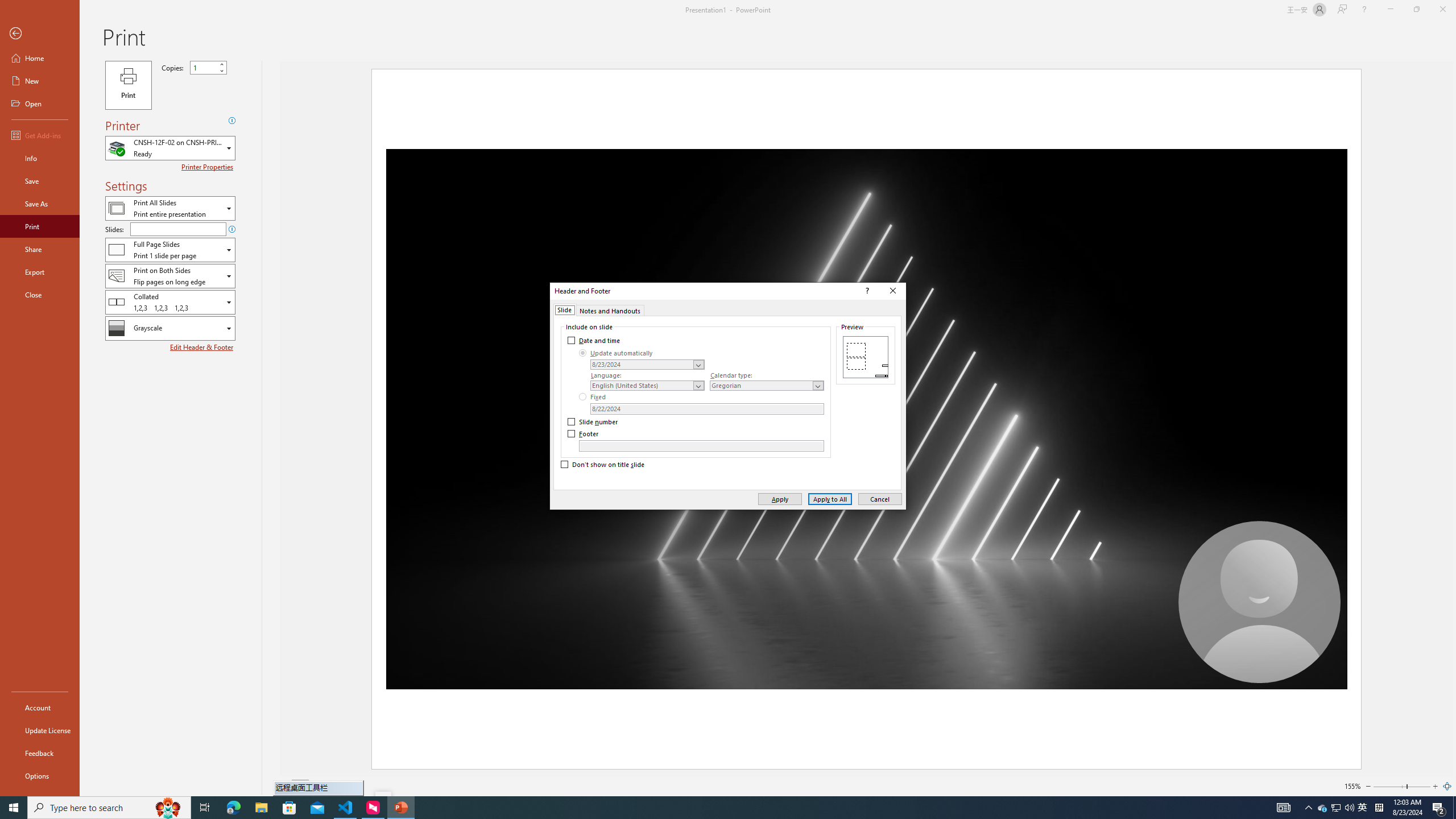  I want to click on 'Language', so click(647, 385).